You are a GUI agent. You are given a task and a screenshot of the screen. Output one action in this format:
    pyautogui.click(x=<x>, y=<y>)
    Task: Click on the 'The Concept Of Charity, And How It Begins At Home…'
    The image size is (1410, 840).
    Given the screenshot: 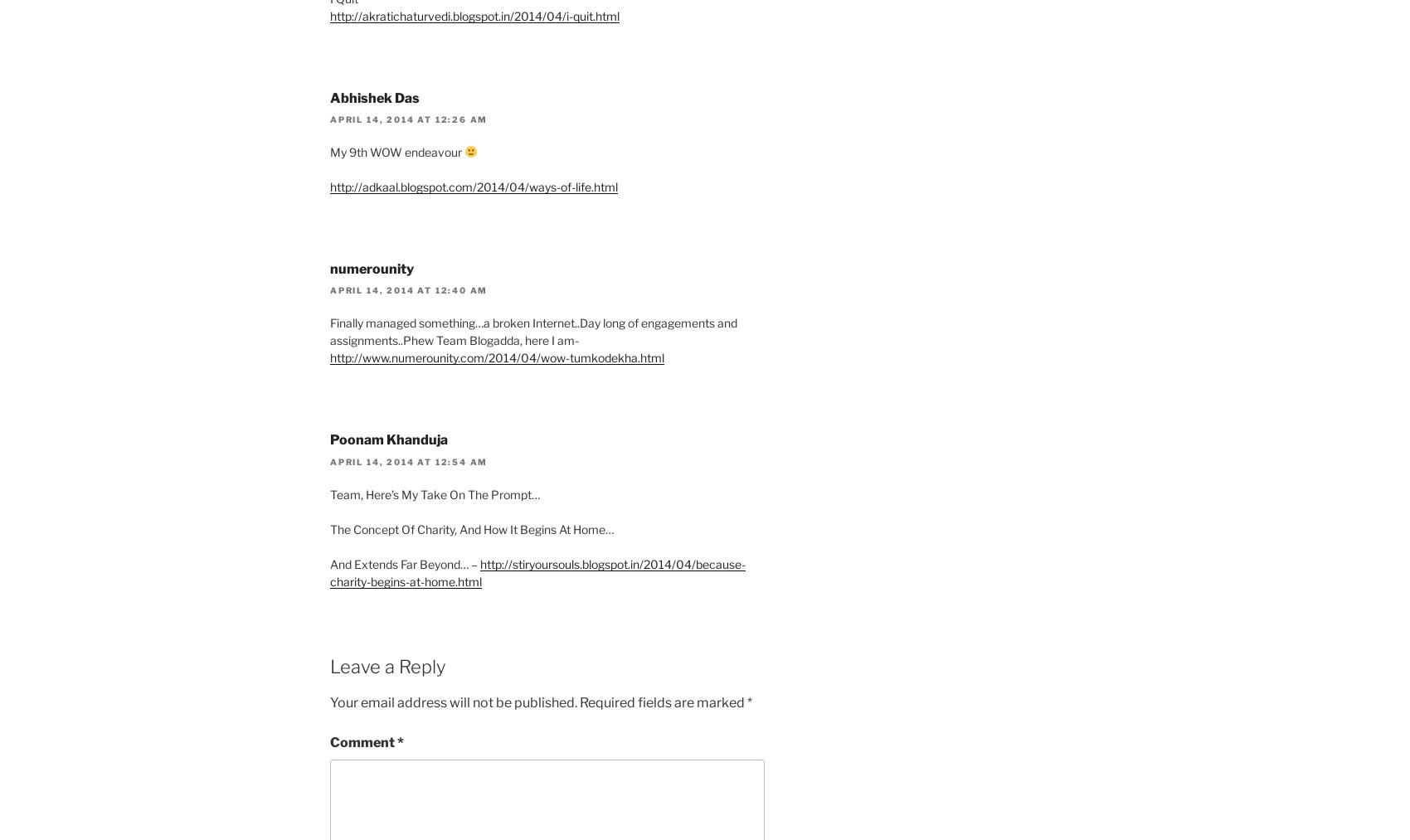 What is the action you would take?
    pyautogui.click(x=470, y=527)
    